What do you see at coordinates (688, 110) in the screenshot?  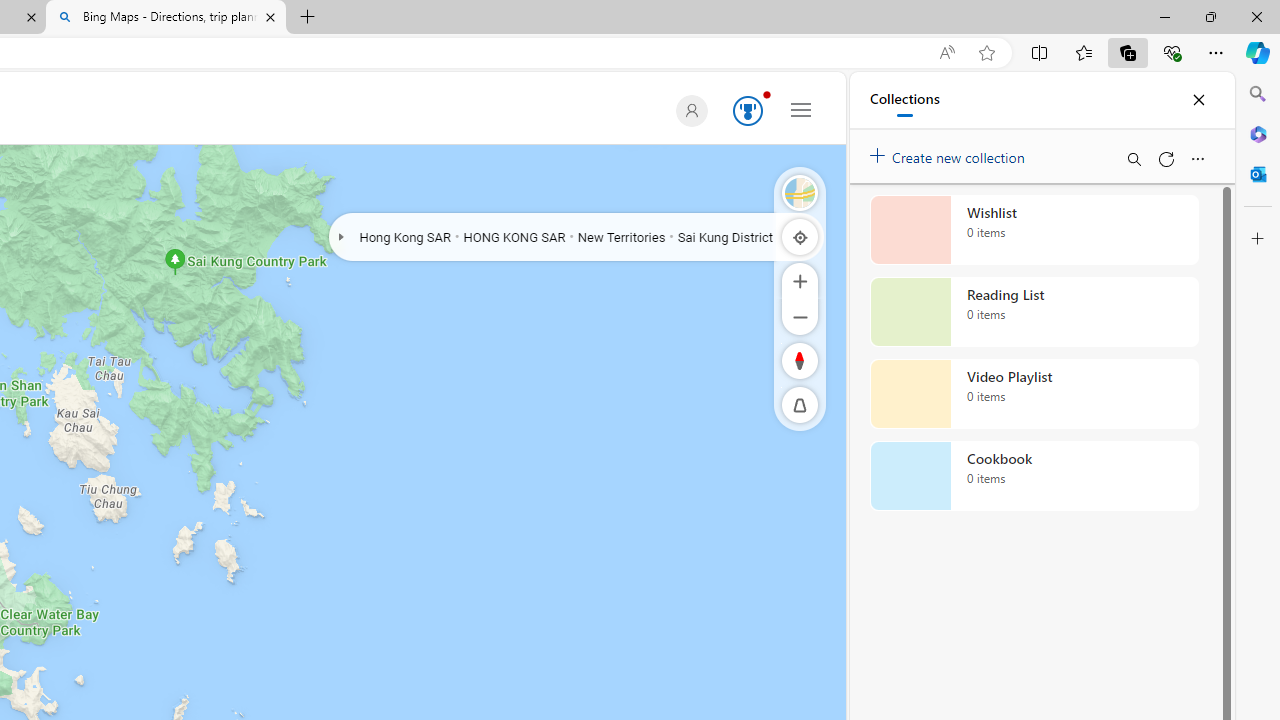 I see `'Default Profile Picture'` at bounding box center [688, 110].